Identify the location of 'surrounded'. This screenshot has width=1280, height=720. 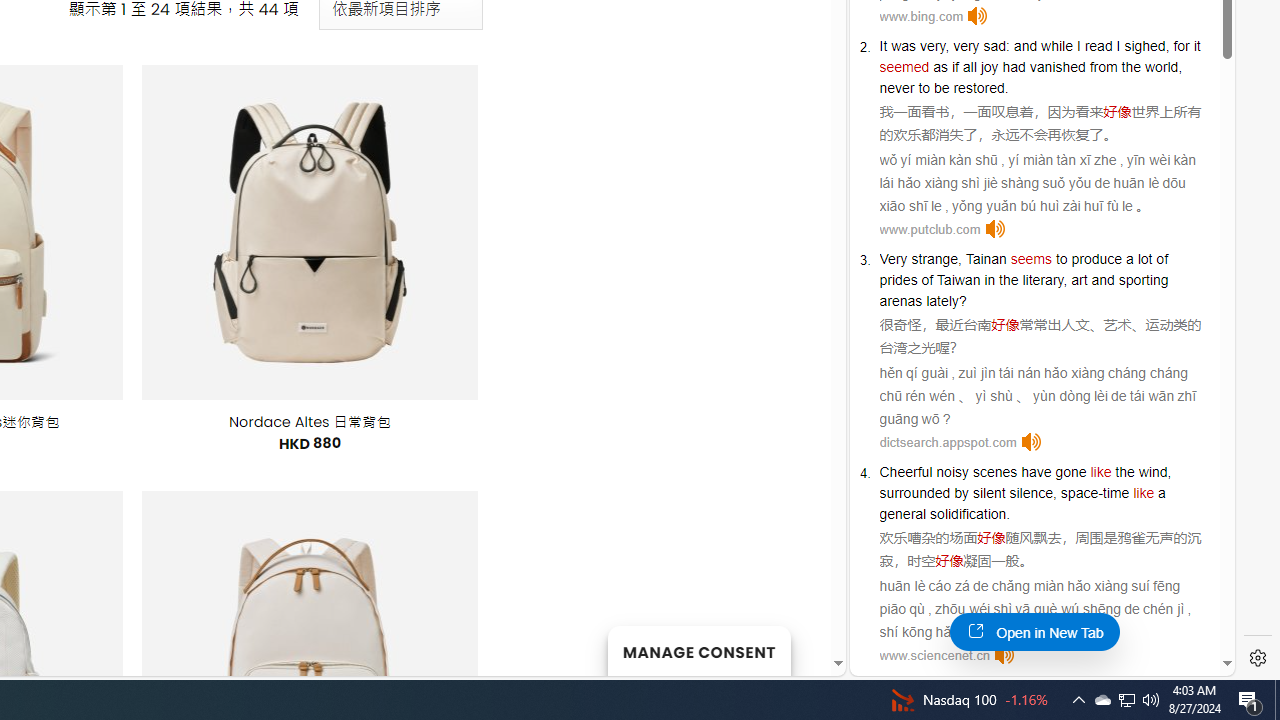
(914, 493).